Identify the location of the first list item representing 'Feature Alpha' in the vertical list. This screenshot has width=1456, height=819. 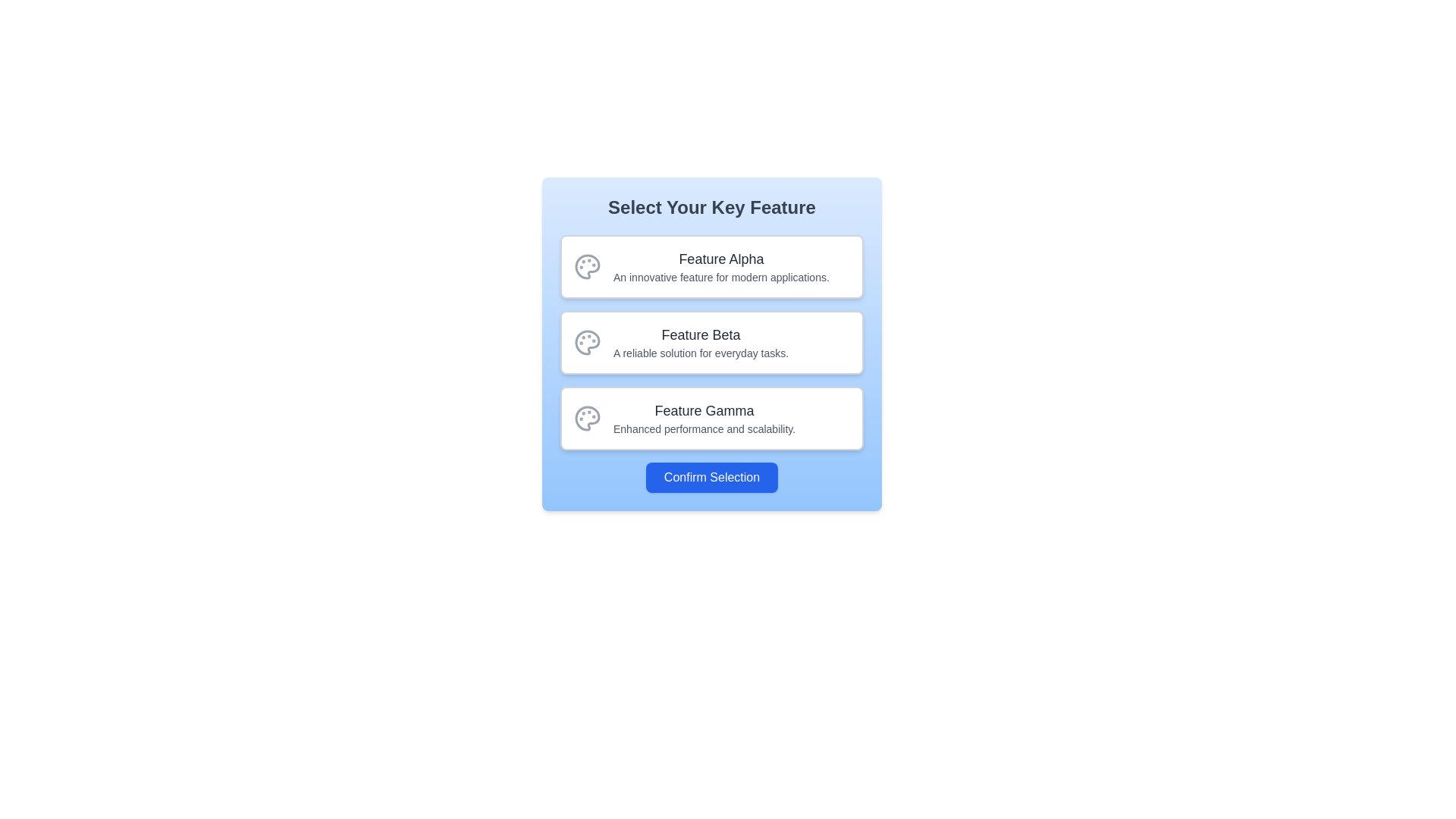
(720, 265).